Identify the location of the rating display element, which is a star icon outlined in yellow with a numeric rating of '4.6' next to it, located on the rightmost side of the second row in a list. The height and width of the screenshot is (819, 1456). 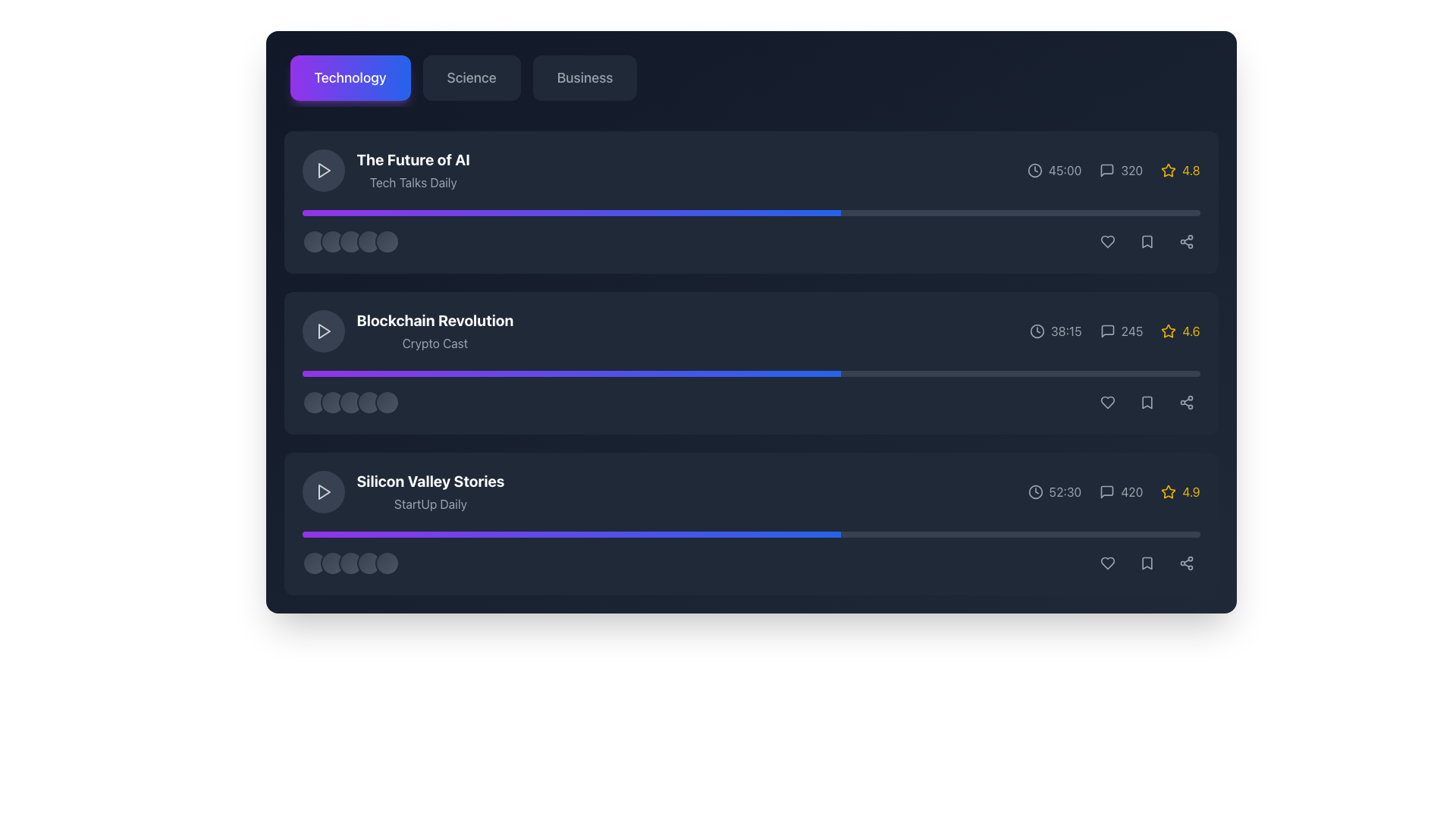
(1179, 330).